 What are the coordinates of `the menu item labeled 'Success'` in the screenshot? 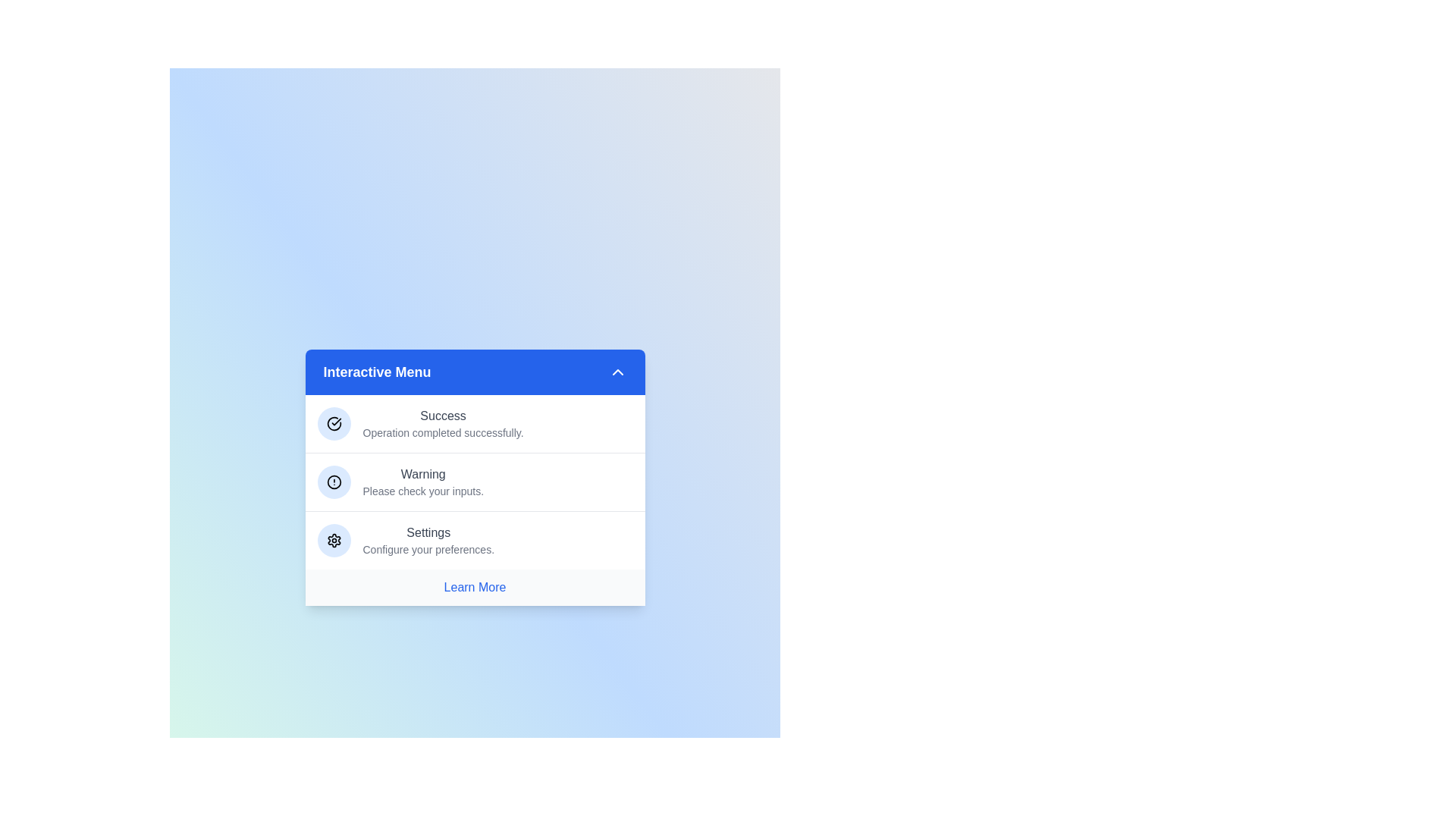 It's located at (474, 424).